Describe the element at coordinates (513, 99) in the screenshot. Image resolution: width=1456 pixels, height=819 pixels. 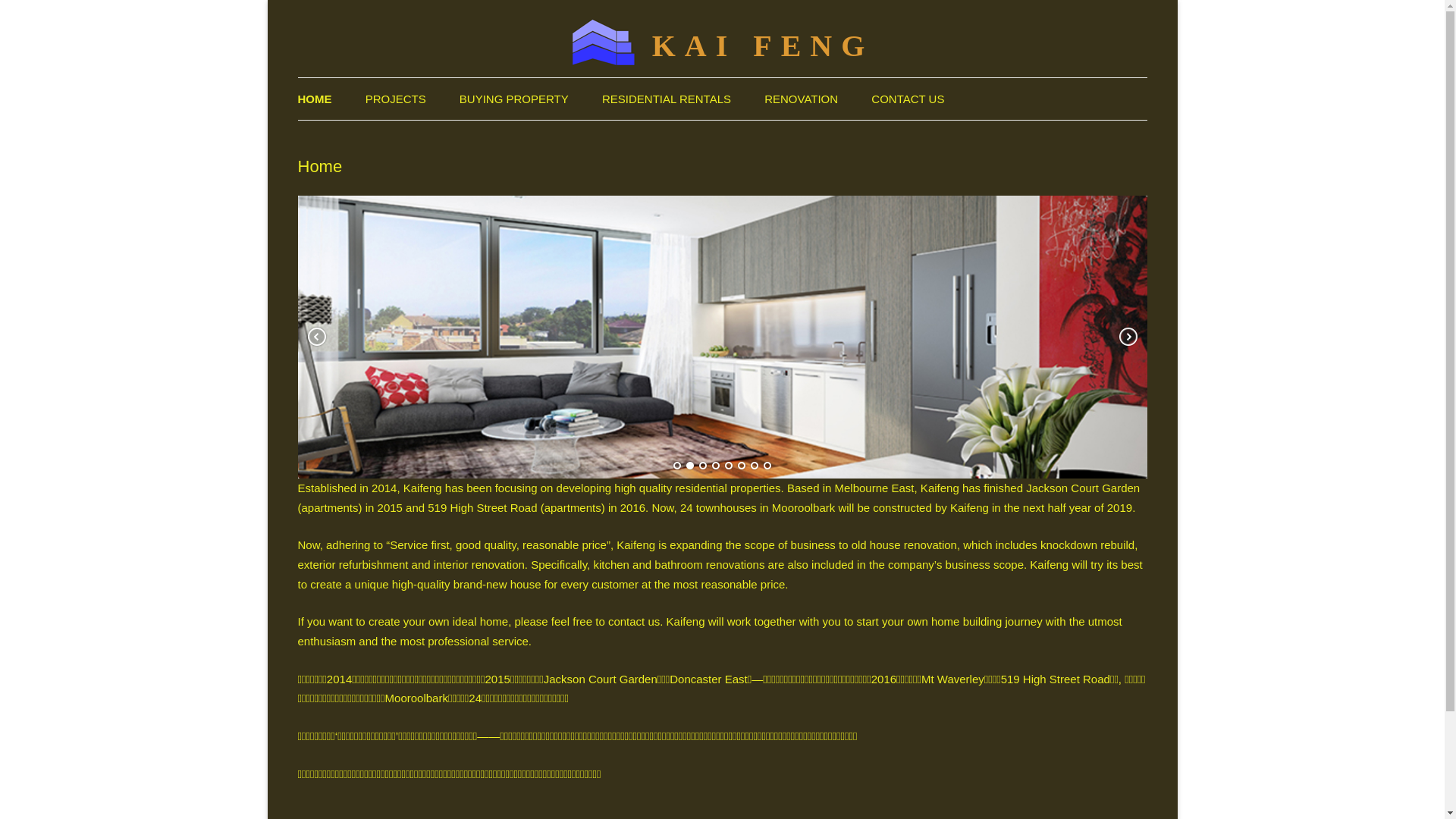
I see `'BUYING PROPERTY'` at that location.